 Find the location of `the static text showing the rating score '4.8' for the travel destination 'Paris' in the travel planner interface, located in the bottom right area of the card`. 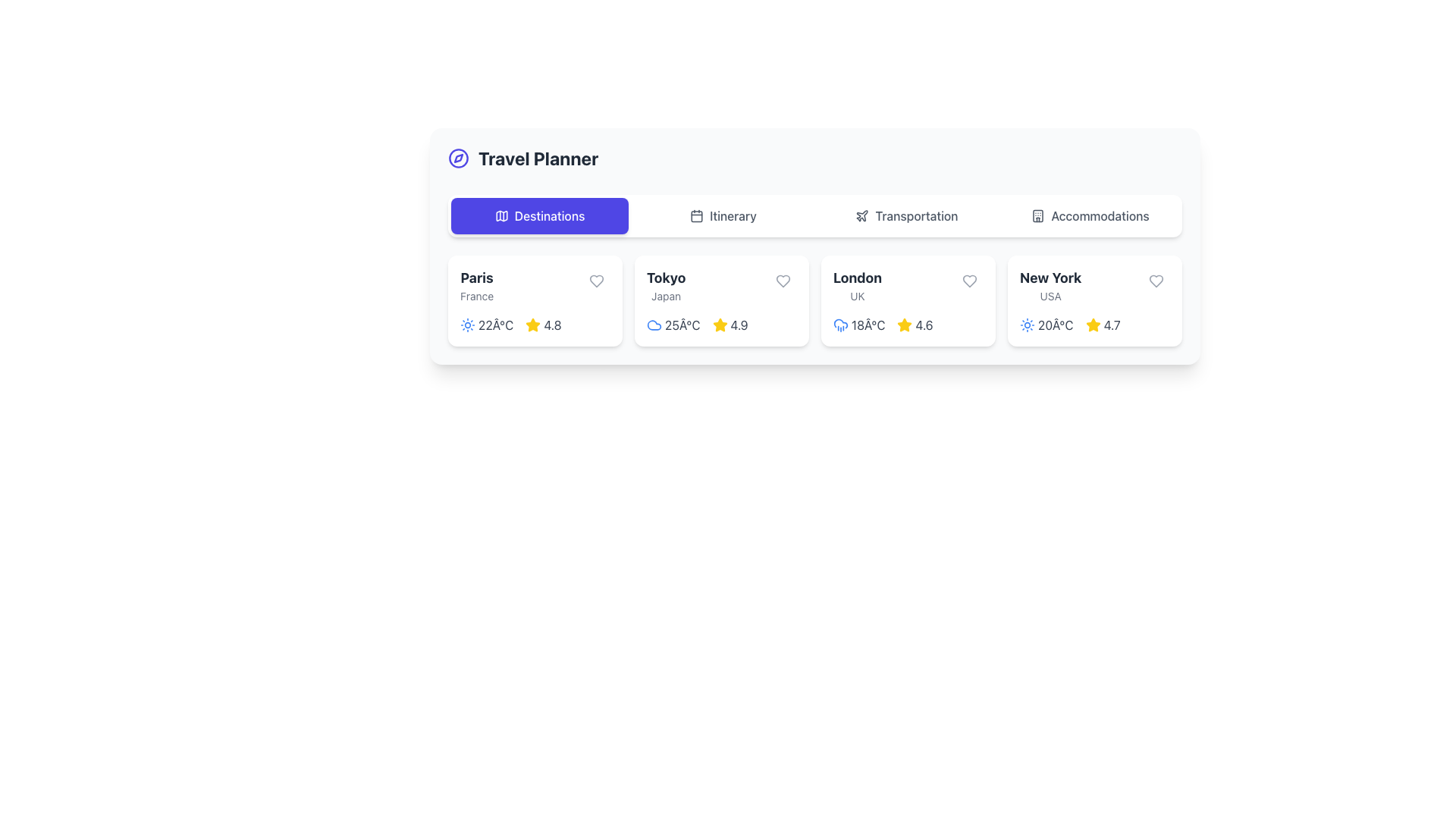

the static text showing the rating score '4.8' for the travel destination 'Paris' in the travel planner interface, located in the bottom right area of the card is located at coordinates (551, 324).